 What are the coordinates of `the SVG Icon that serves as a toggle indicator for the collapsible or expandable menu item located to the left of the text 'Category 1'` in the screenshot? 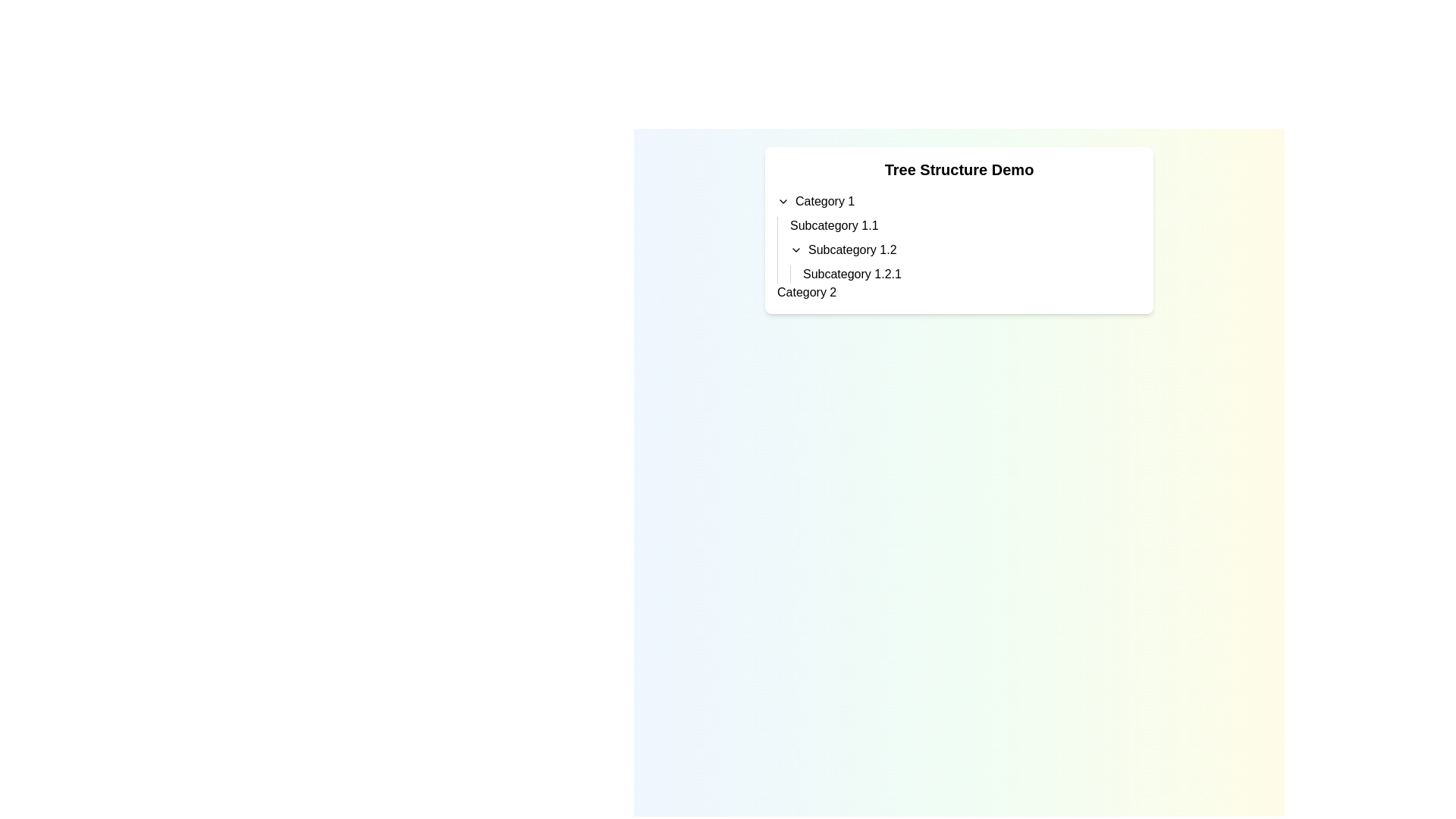 It's located at (783, 201).